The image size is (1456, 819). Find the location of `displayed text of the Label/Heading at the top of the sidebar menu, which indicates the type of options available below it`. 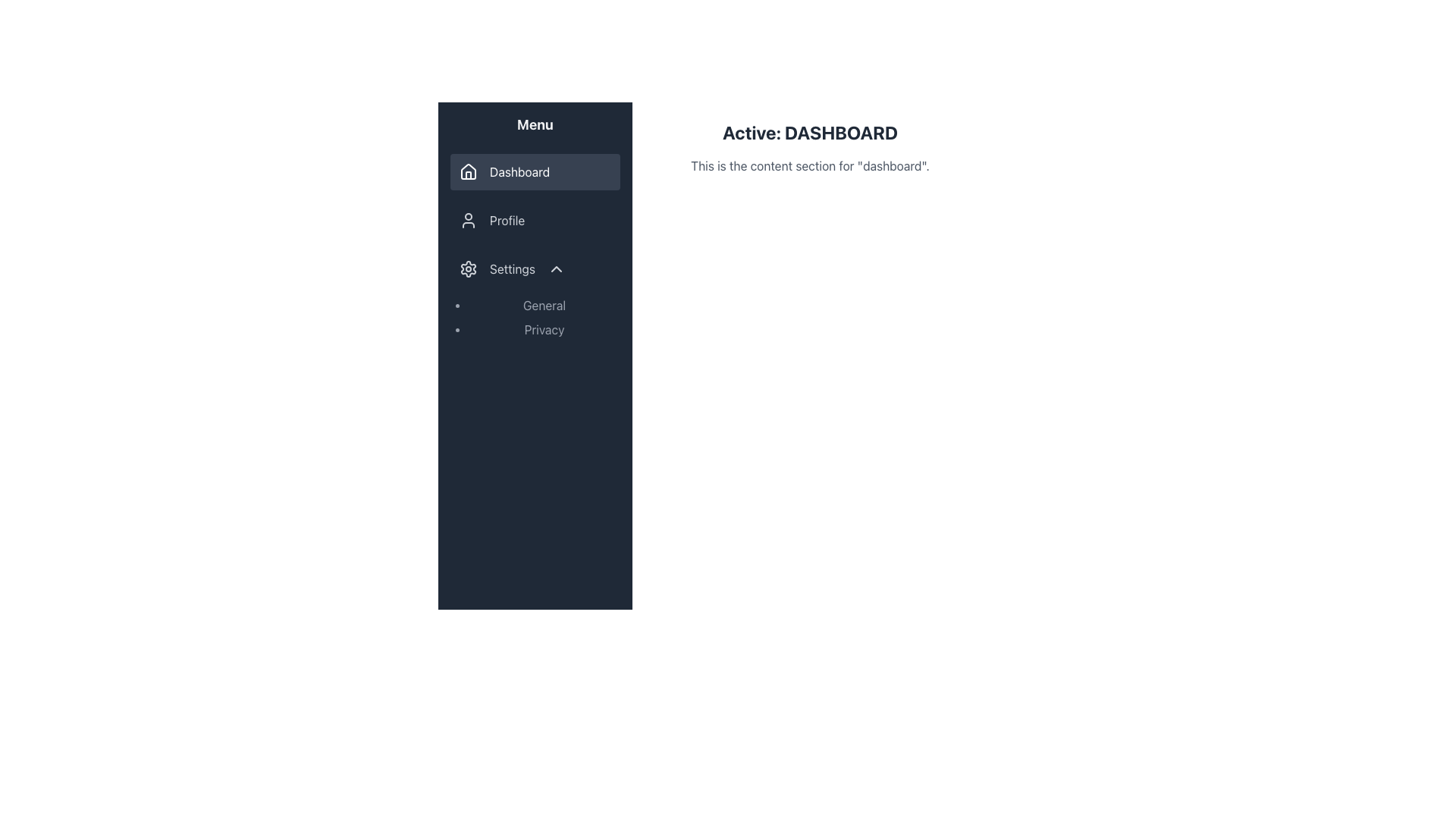

displayed text of the Label/Heading at the top of the sidebar menu, which indicates the type of options available below it is located at coordinates (535, 124).